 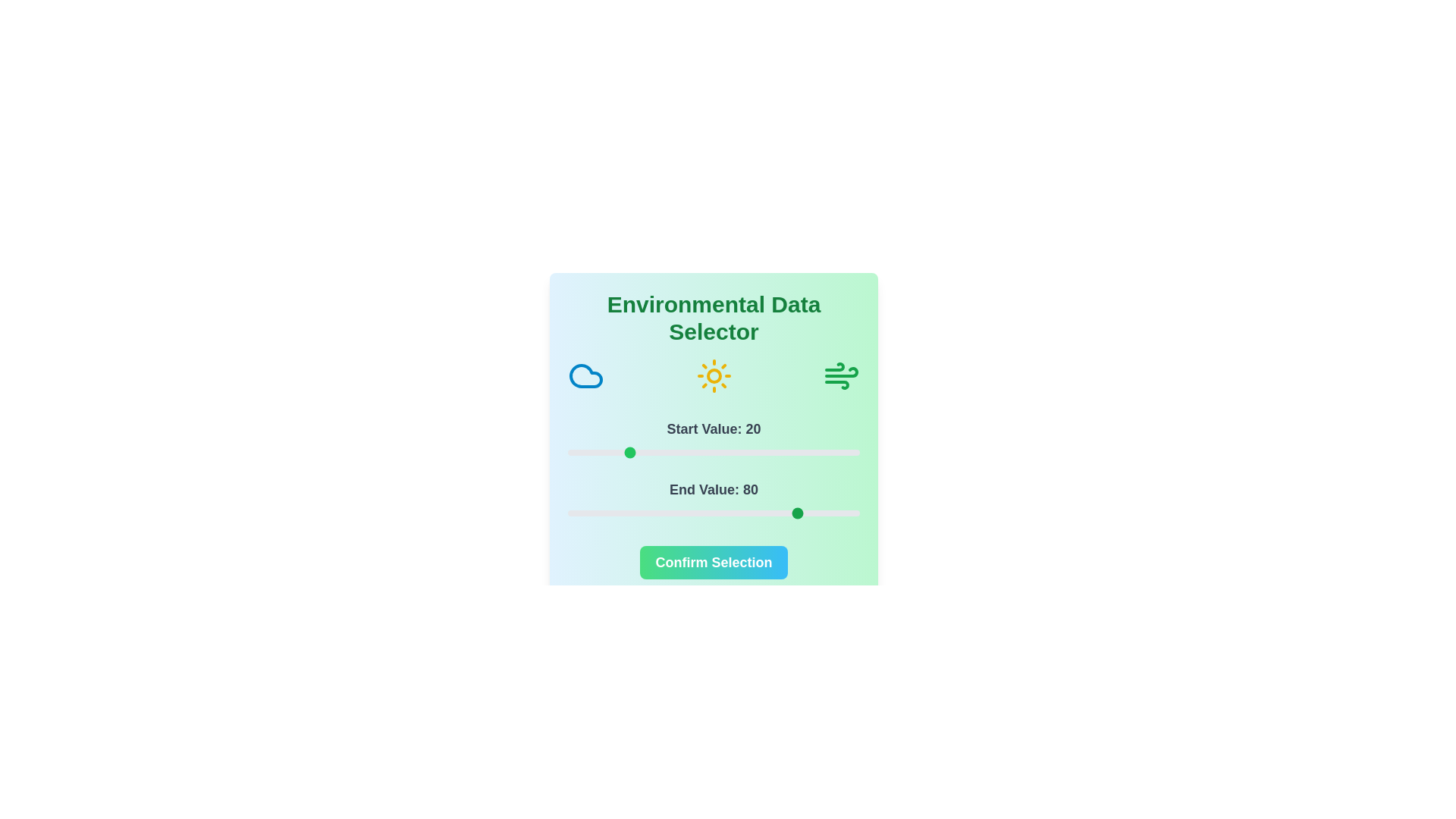 I want to click on and drag the handle of the horizontal slider located under the label 'Start Value: 20' to adjust its value, so click(x=713, y=452).